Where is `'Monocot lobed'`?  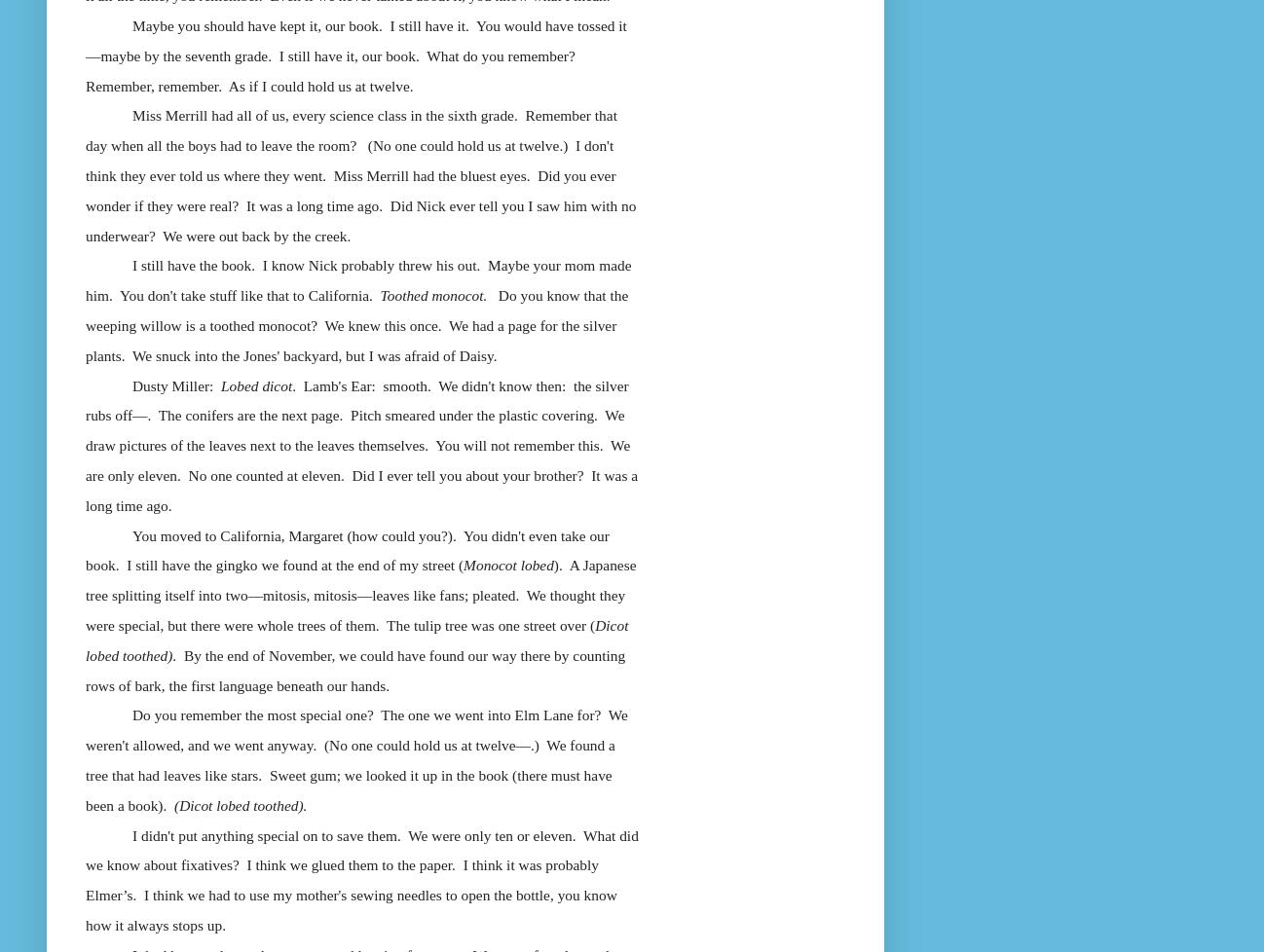 'Monocot lobed' is located at coordinates (463, 565).